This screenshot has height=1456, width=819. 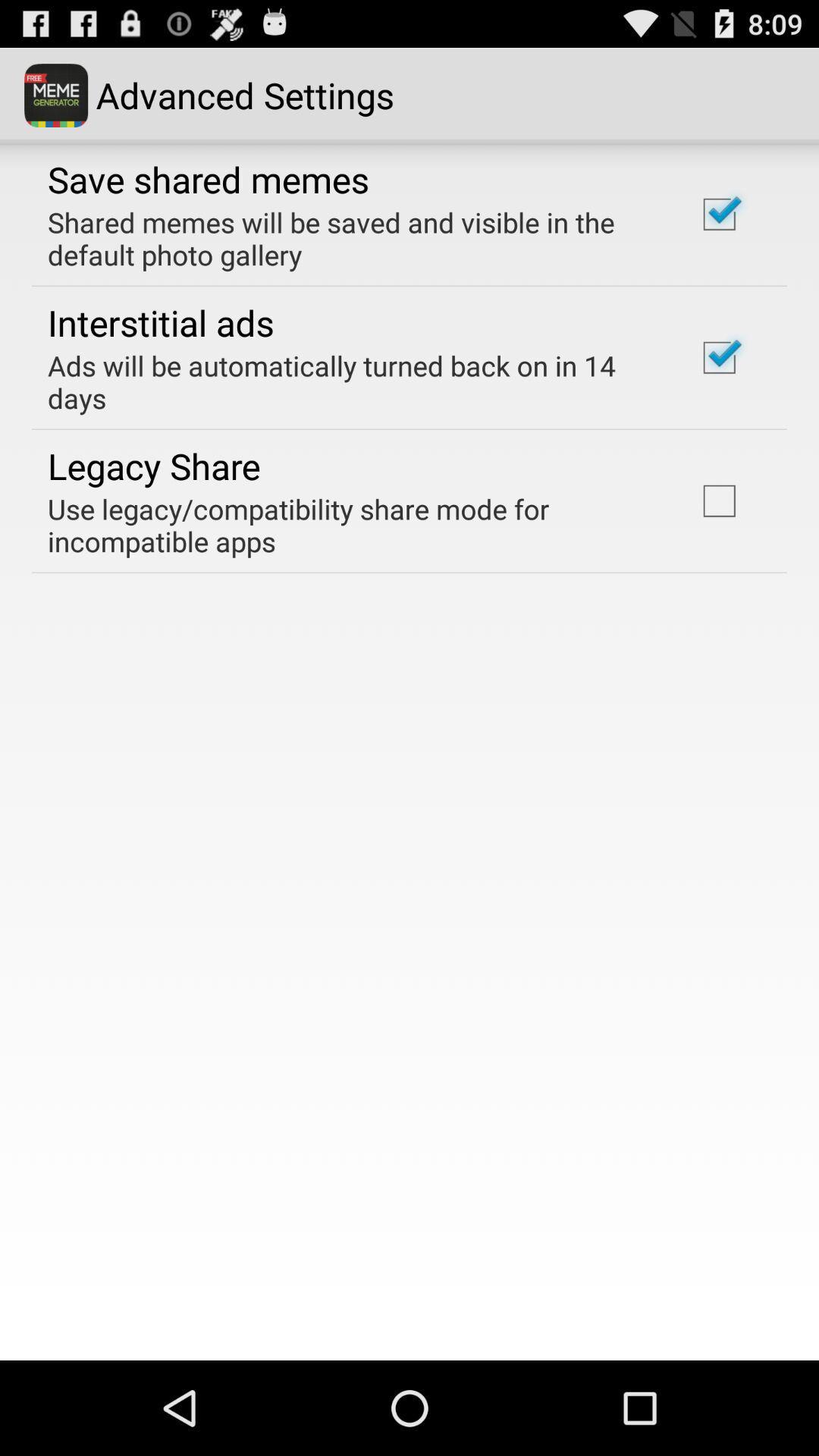 I want to click on item below shared memes will app, so click(x=161, y=322).